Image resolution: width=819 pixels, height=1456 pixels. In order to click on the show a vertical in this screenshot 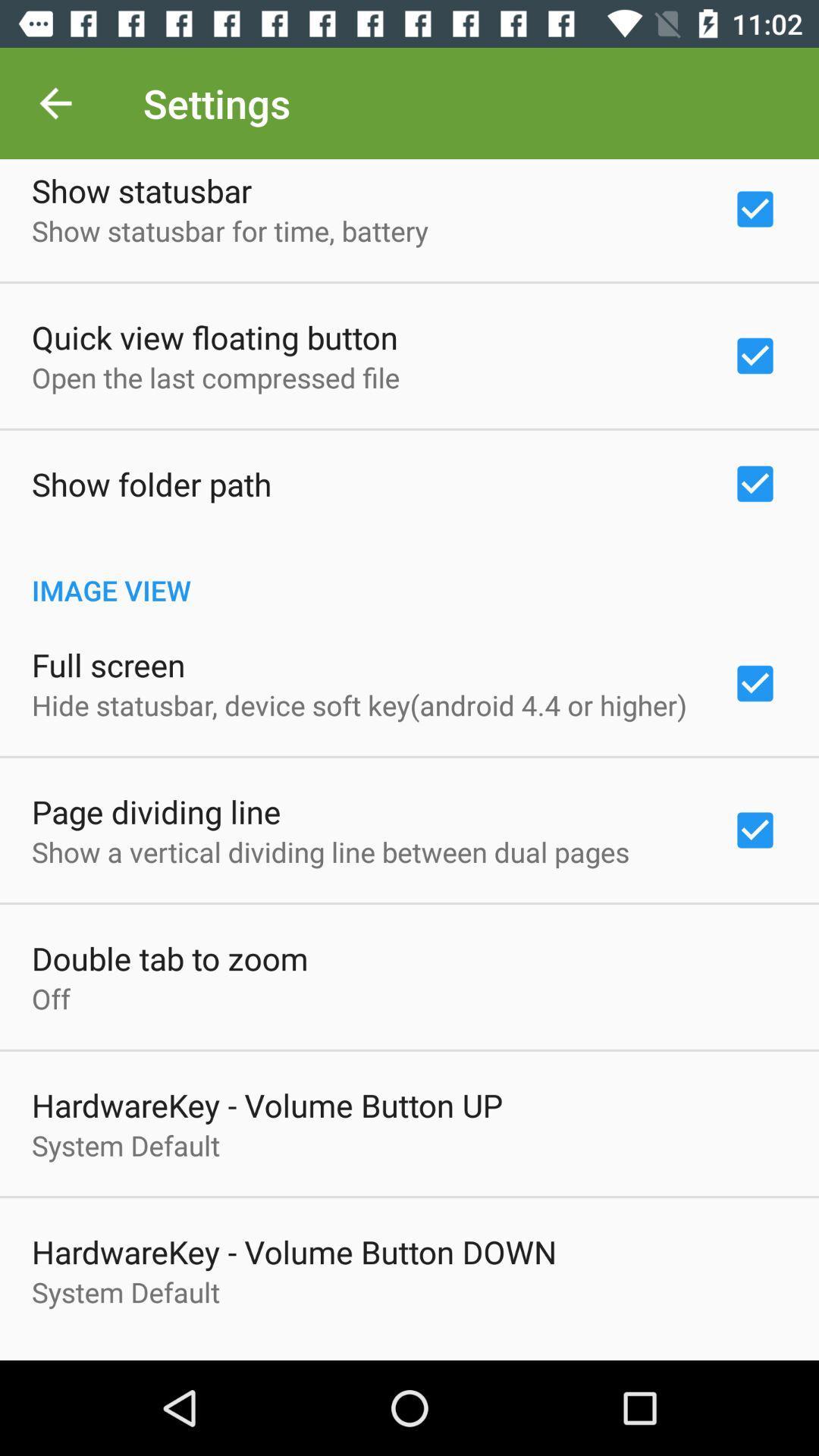, I will do `click(330, 852)`.